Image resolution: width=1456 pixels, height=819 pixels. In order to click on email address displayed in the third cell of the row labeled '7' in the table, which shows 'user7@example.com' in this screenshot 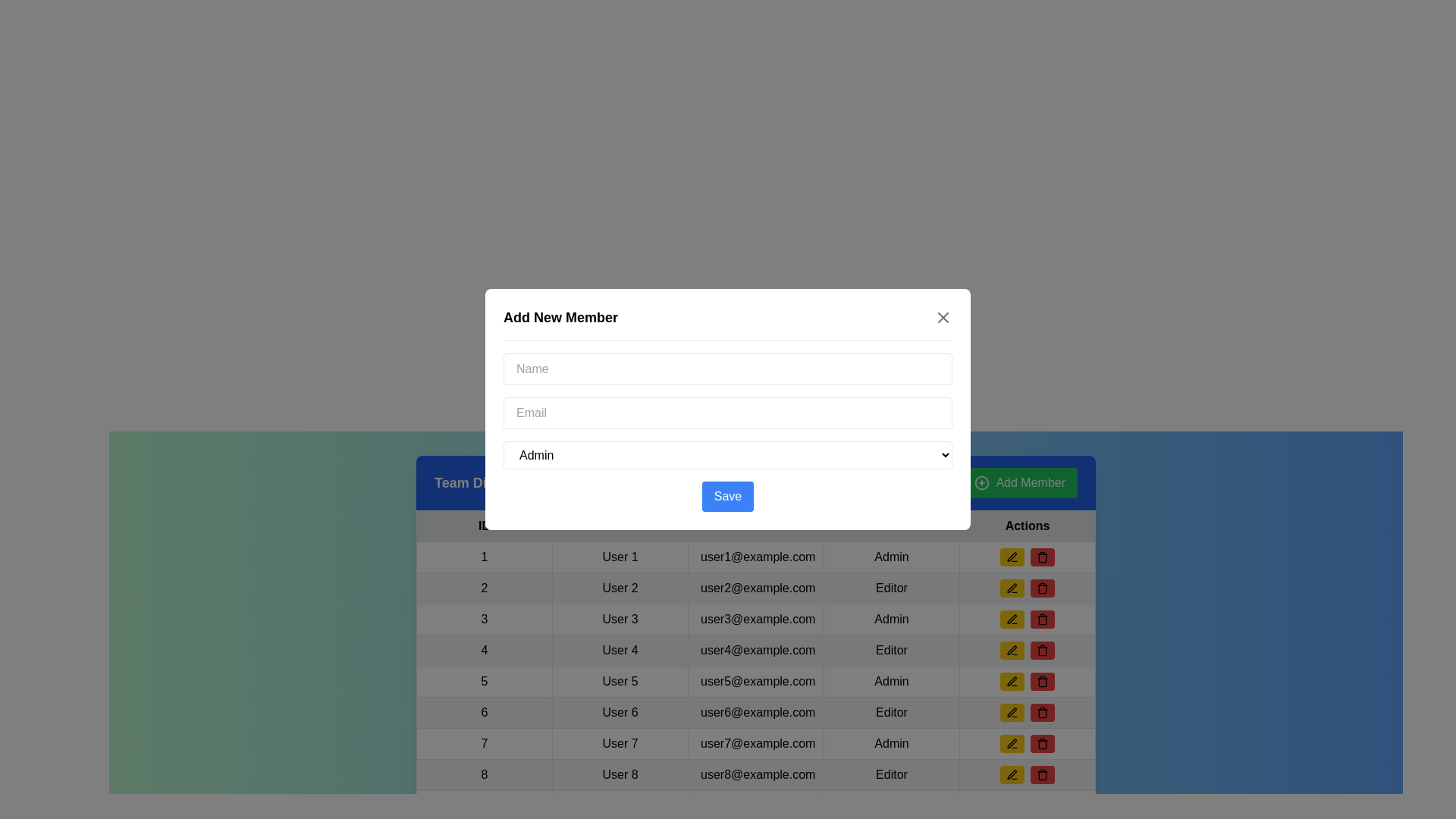, I will do `click(756, 742)`.